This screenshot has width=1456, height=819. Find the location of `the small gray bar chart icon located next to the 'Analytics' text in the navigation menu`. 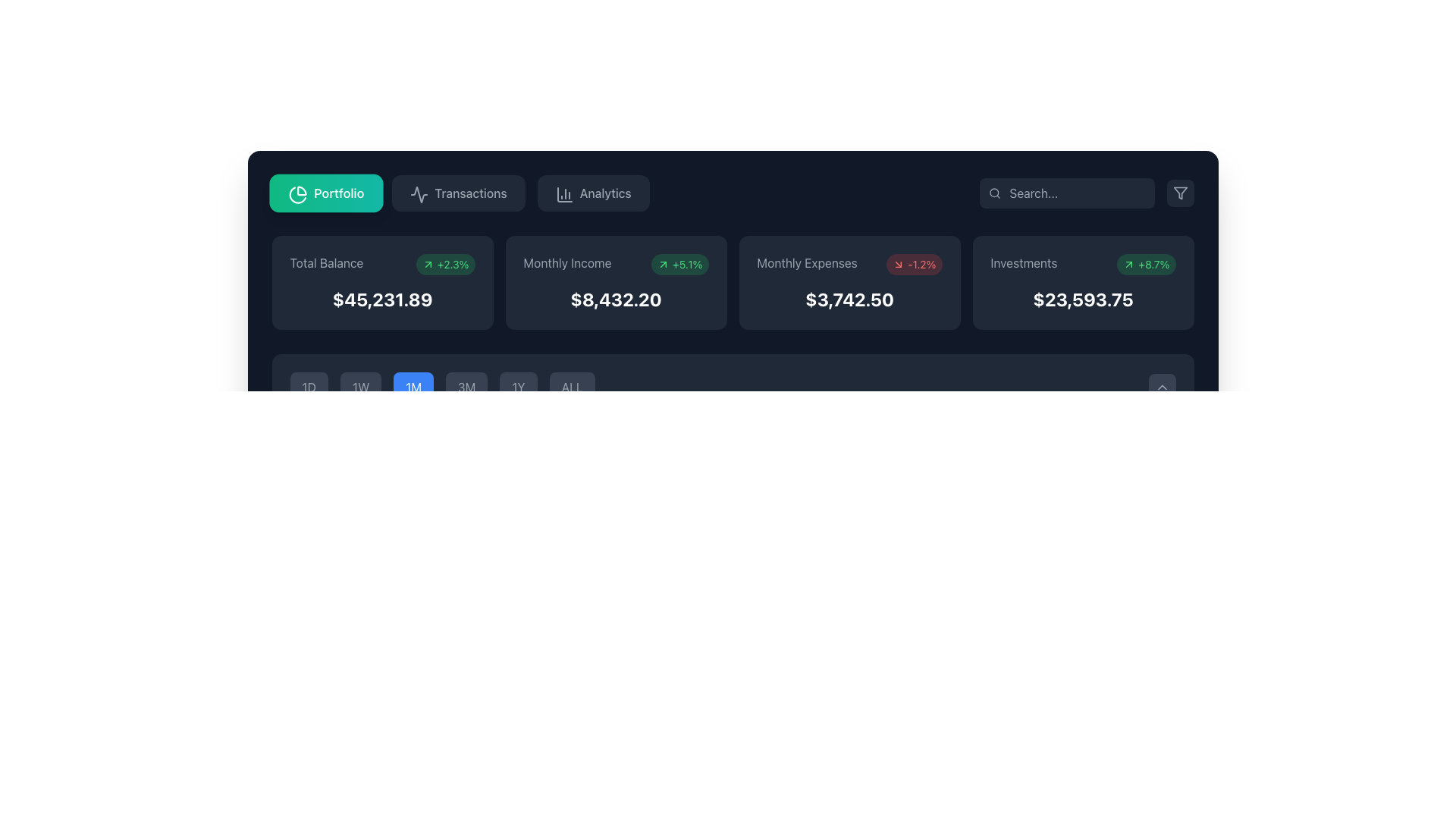

the small gray bar chart icon located next to the 'Analytics' text in the navigation menu is located at coordinates (562, 192).